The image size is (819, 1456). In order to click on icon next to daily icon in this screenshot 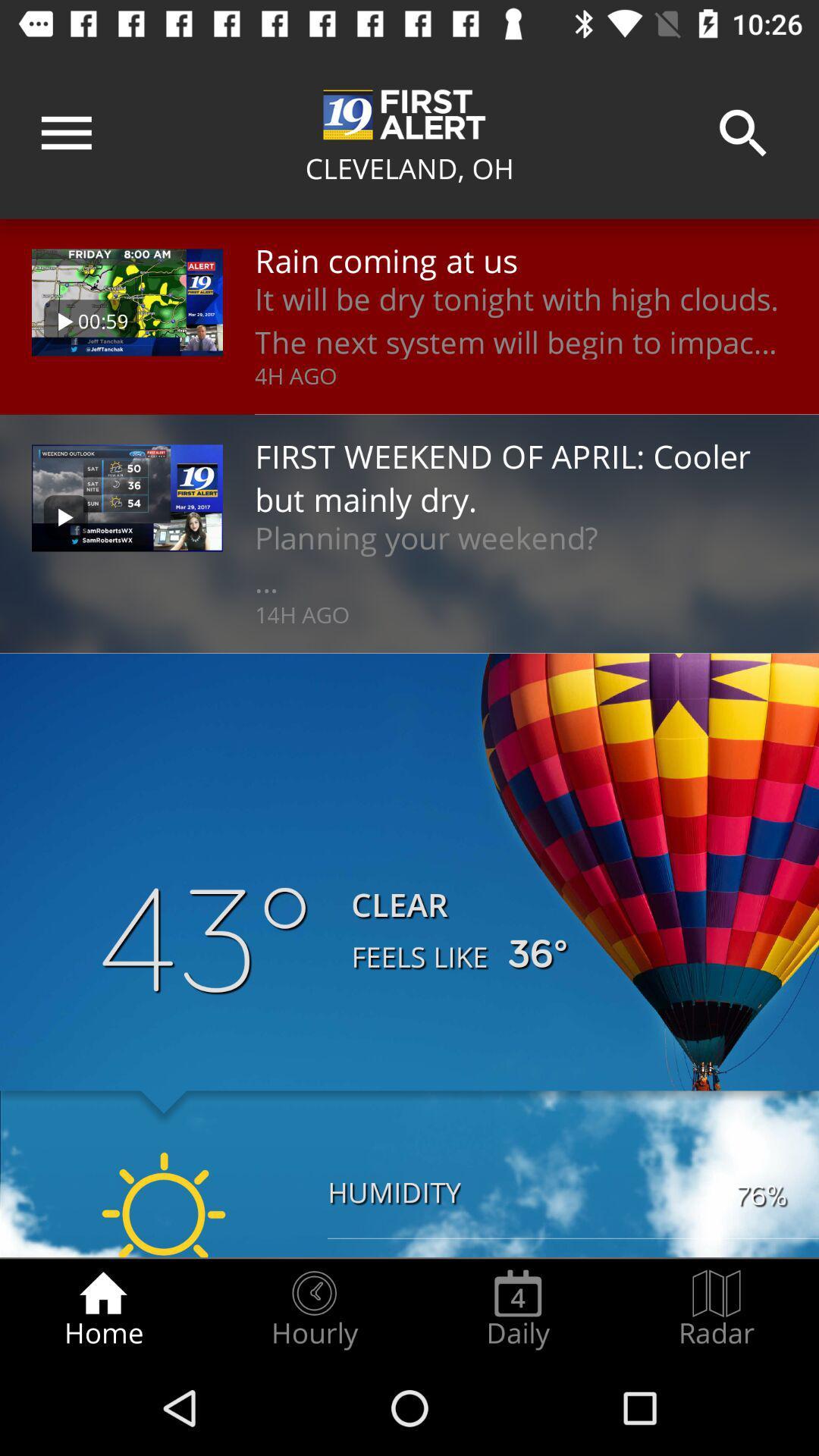, I will do `click(313, 1309)`.